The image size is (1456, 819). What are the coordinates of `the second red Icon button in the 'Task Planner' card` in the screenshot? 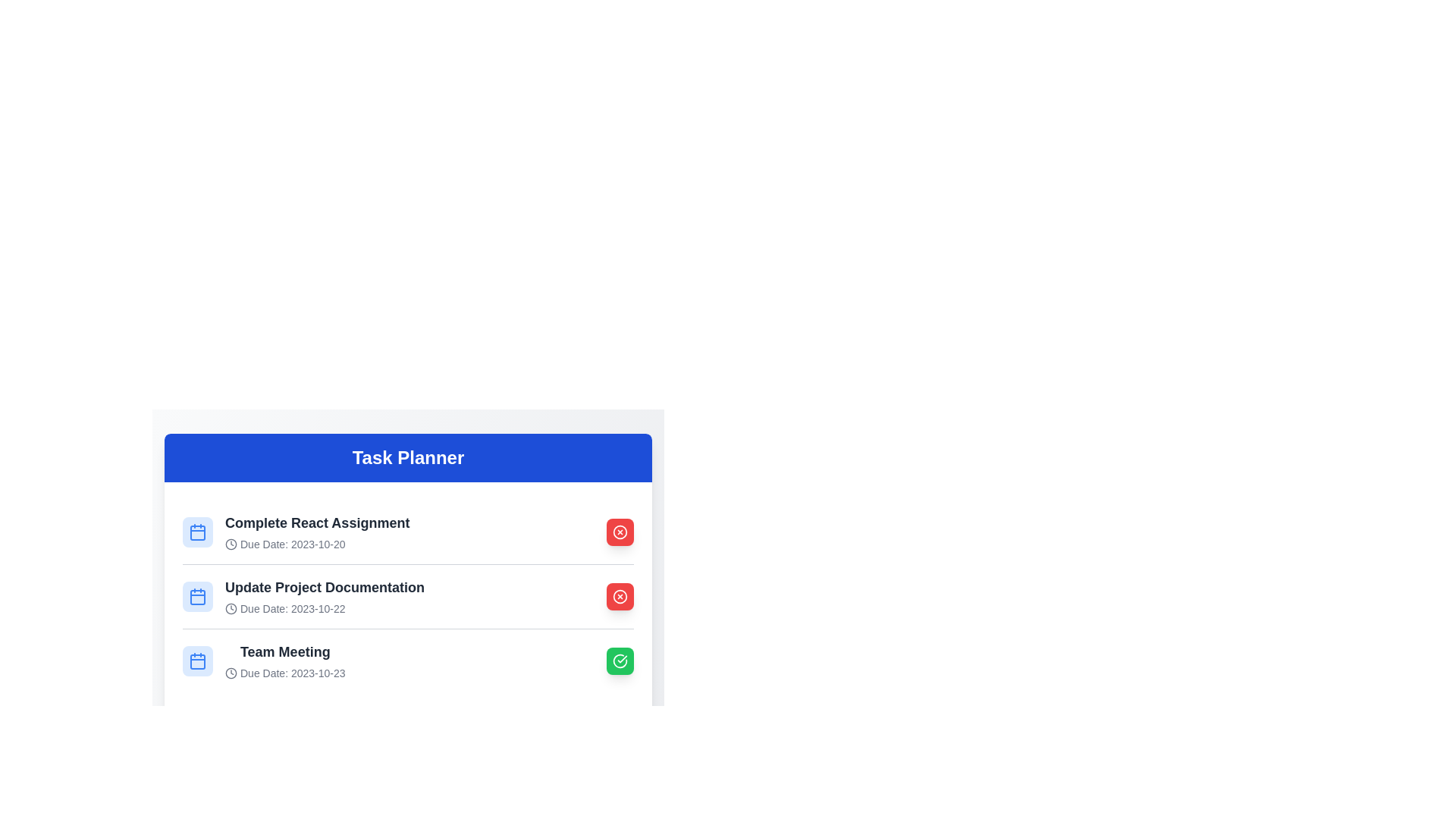 It's located at (620, 532).